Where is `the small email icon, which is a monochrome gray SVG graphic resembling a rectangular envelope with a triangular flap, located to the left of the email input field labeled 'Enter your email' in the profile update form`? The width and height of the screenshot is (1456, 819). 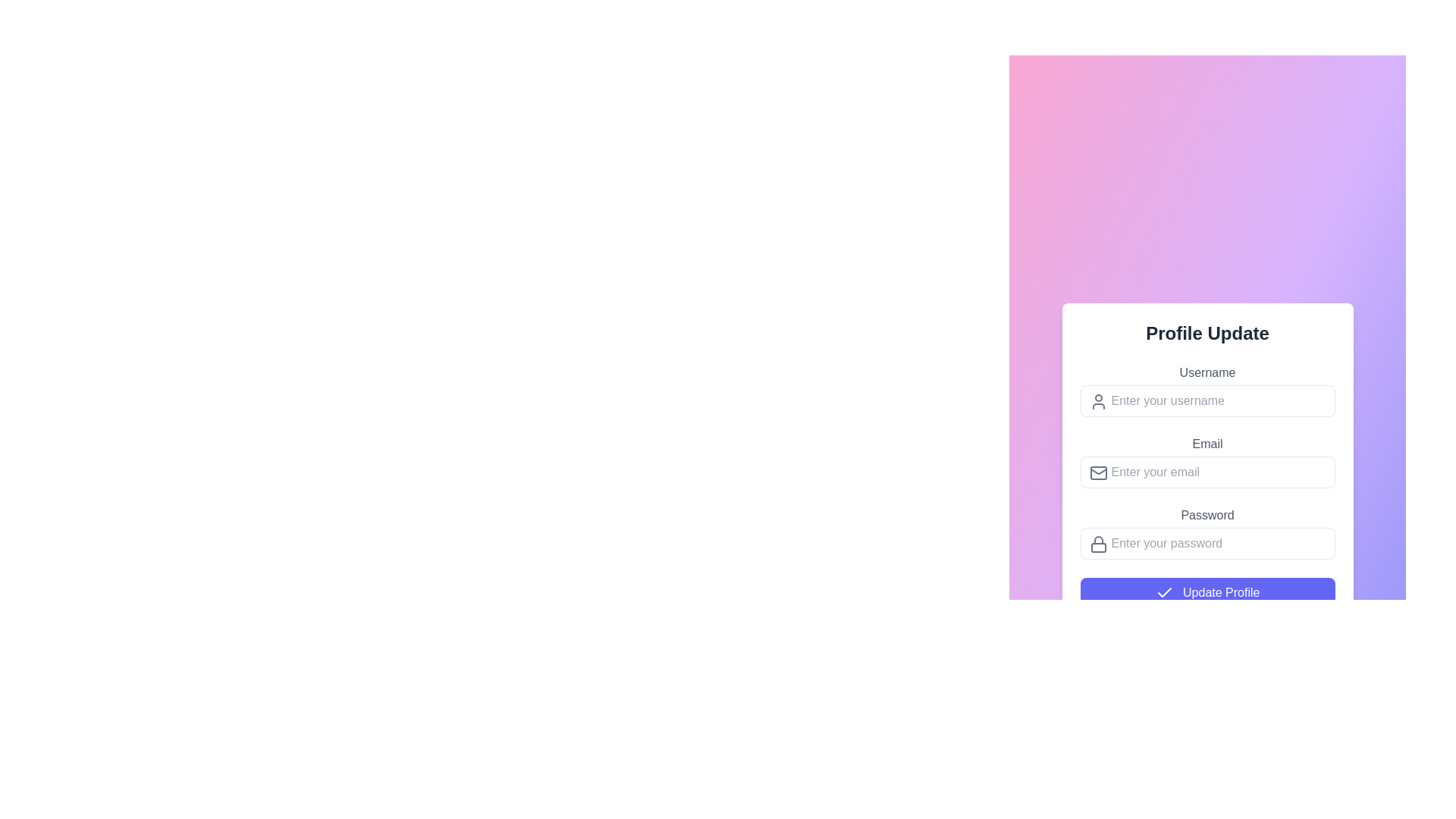
the small email icon, which is a monochrome gray SVG graphic resembling a rectangular envelope with a triangular flap, located to the left of the email input field labeled 'Enter your email' in the profile update form is located at coordinates (1098, 472).